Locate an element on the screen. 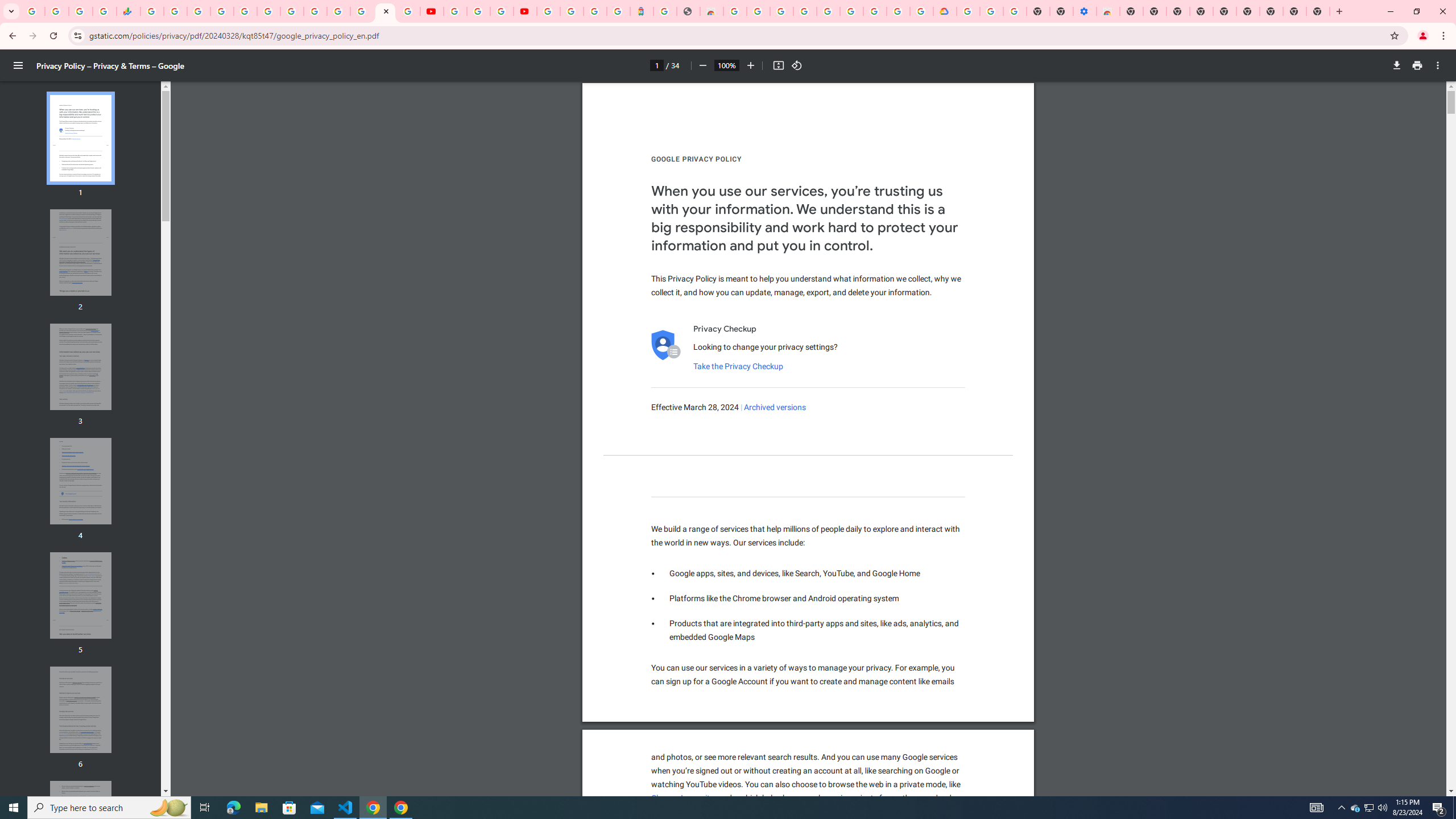 Image resolution: width=1456 pixels, height=819 pixels. 'Create your Google Account' is located at coordinates (500, 11).